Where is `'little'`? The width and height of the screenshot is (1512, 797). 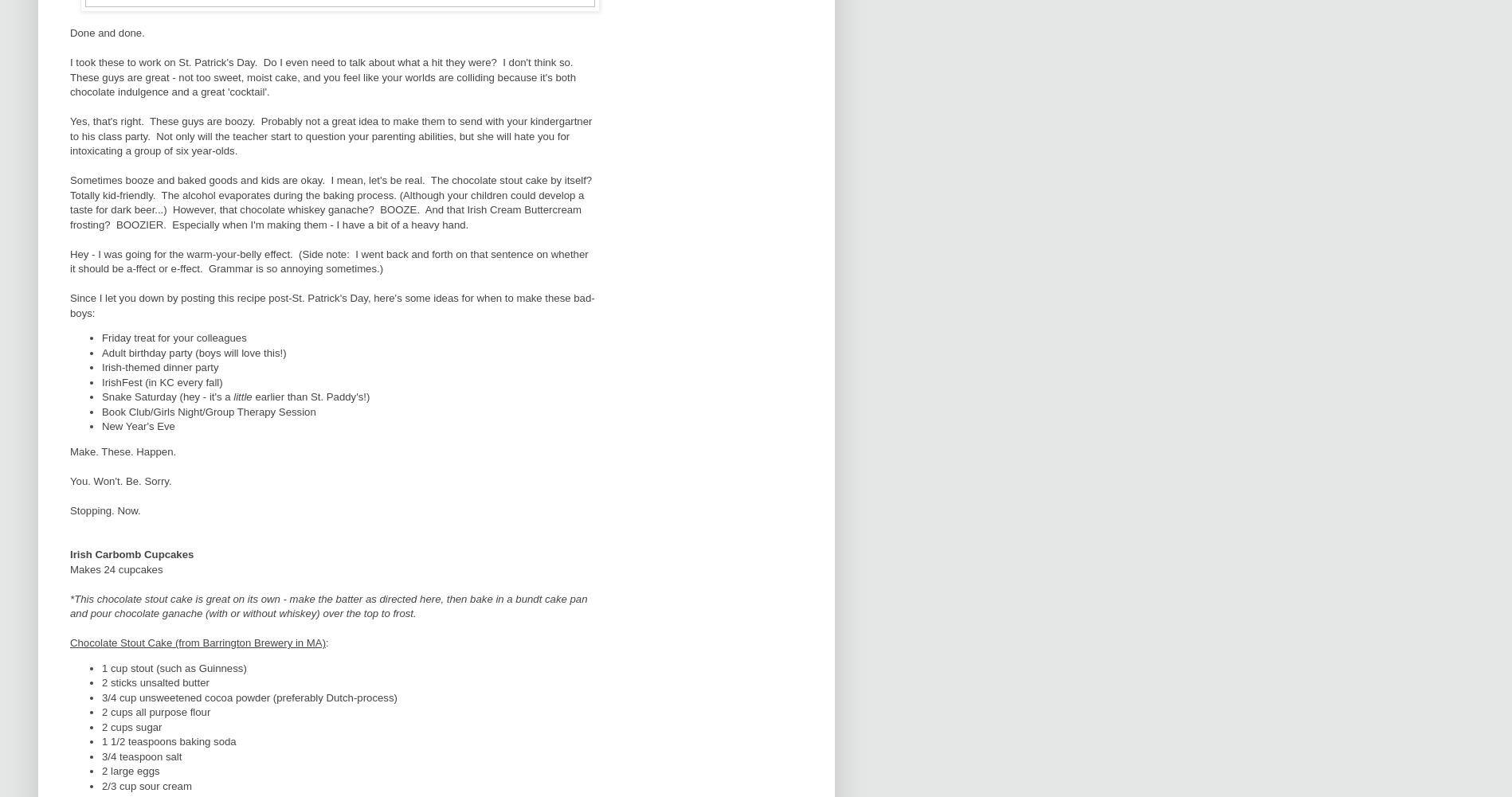 'little' is located at coordinates (243, 397).